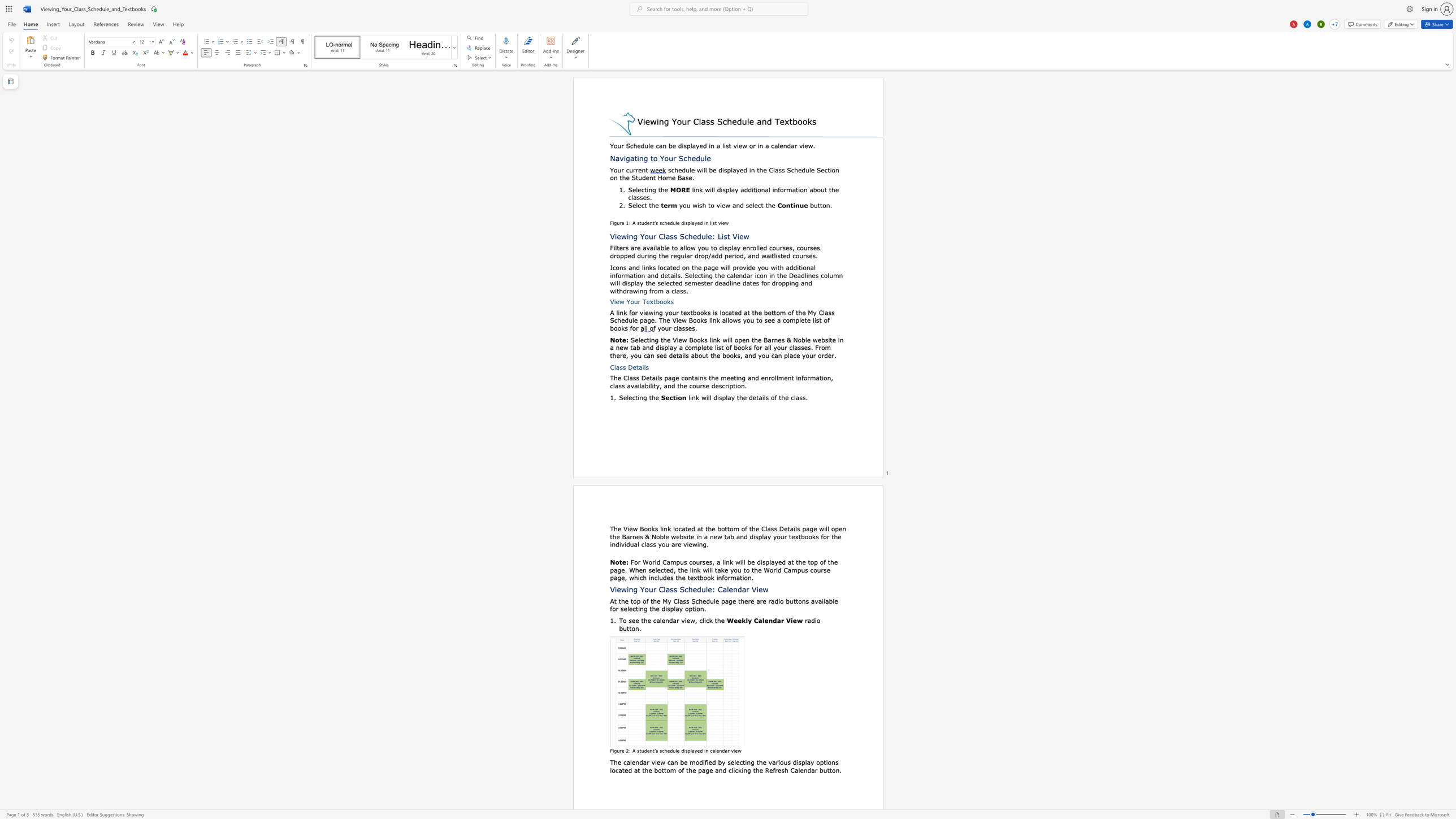 Image resolution: width=1456 pixels, height=819 pixels. I want to click on the space between the continuous character "a" and "s" in the text, so click(619, 366).